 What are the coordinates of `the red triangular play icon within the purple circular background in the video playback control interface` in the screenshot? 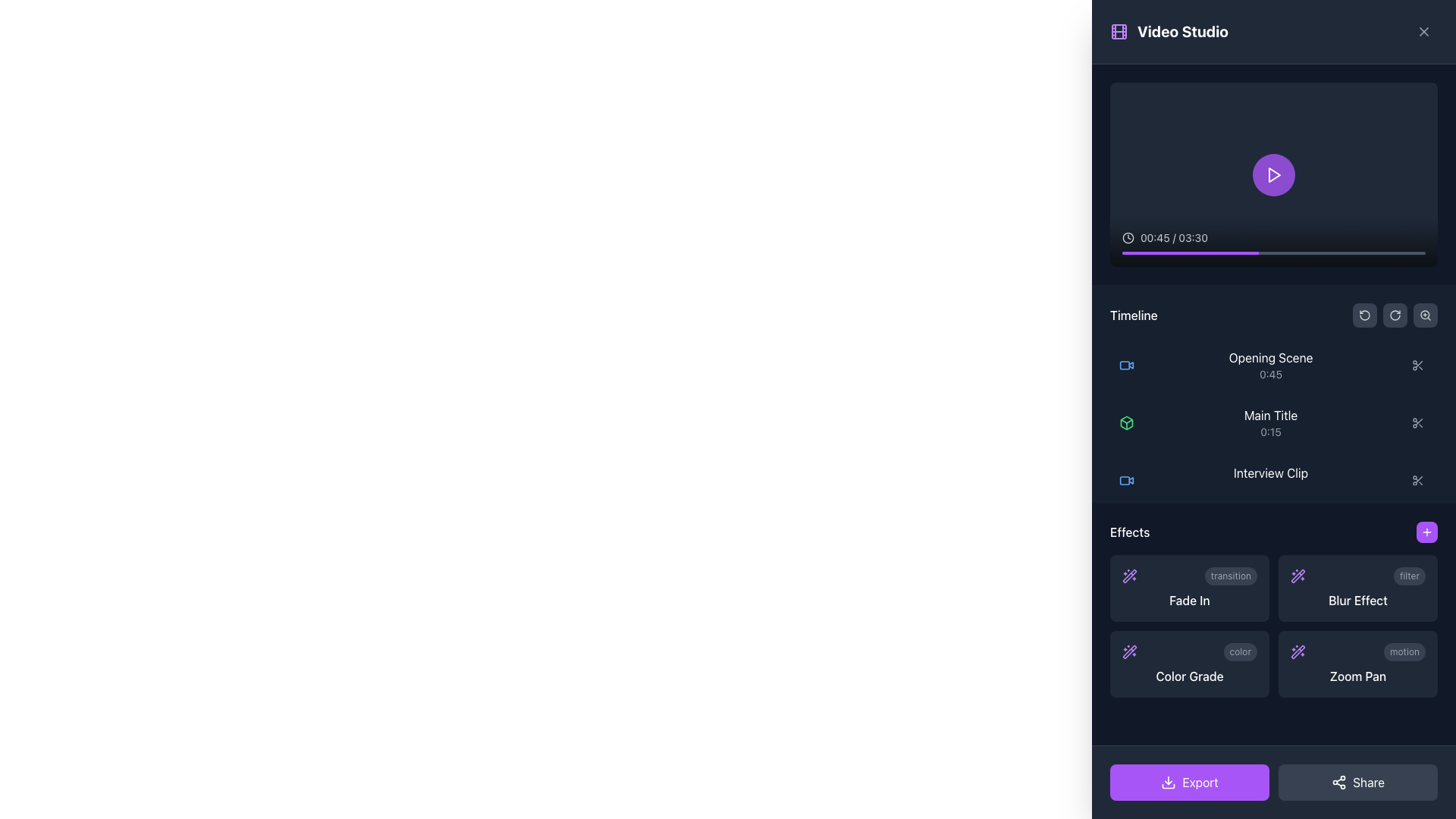 It's located at (1274, 174).